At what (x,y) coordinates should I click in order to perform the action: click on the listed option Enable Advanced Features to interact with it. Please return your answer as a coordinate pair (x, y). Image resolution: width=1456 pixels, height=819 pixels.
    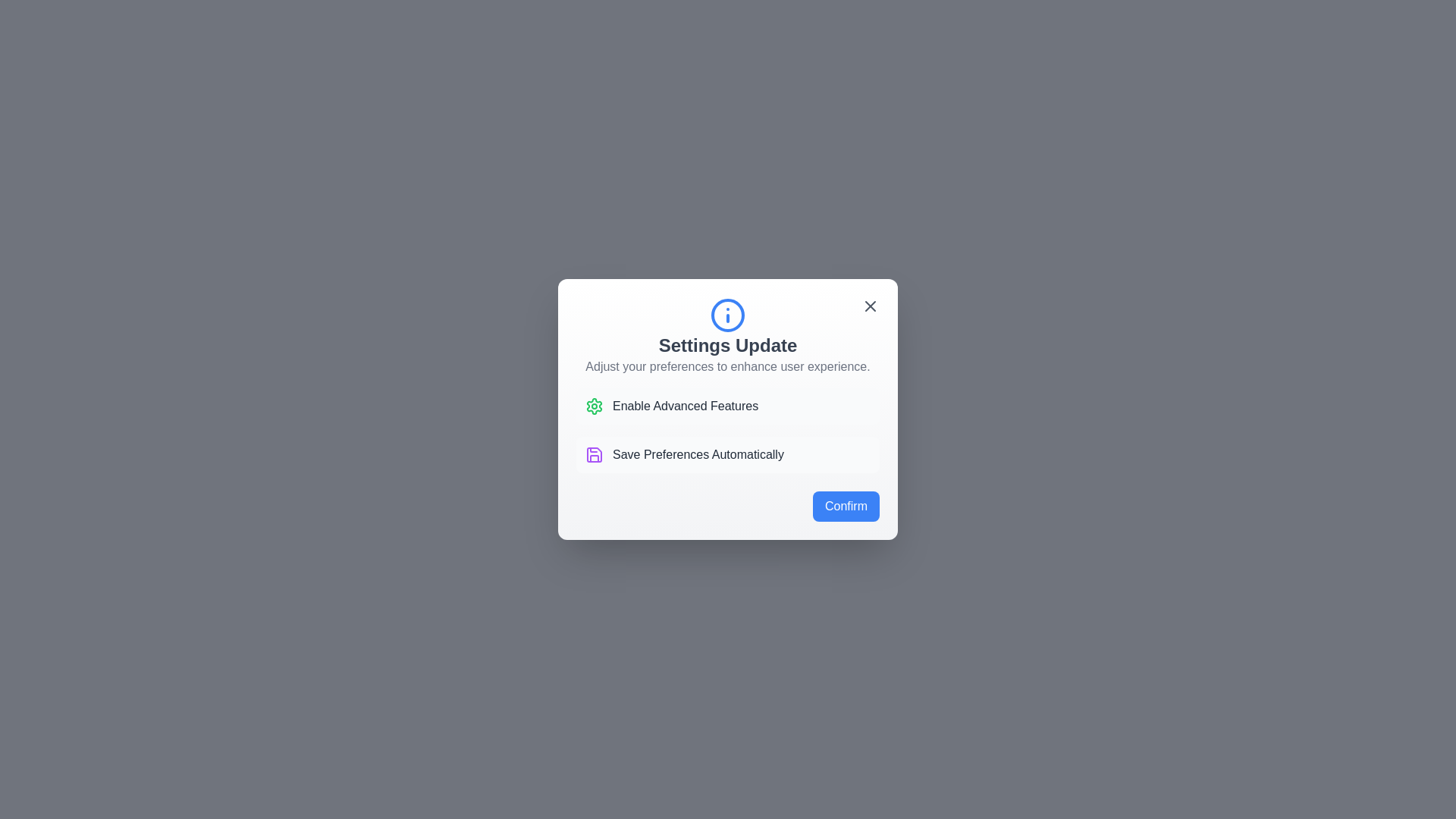
    Looking at the image, I should click on (728, 406).